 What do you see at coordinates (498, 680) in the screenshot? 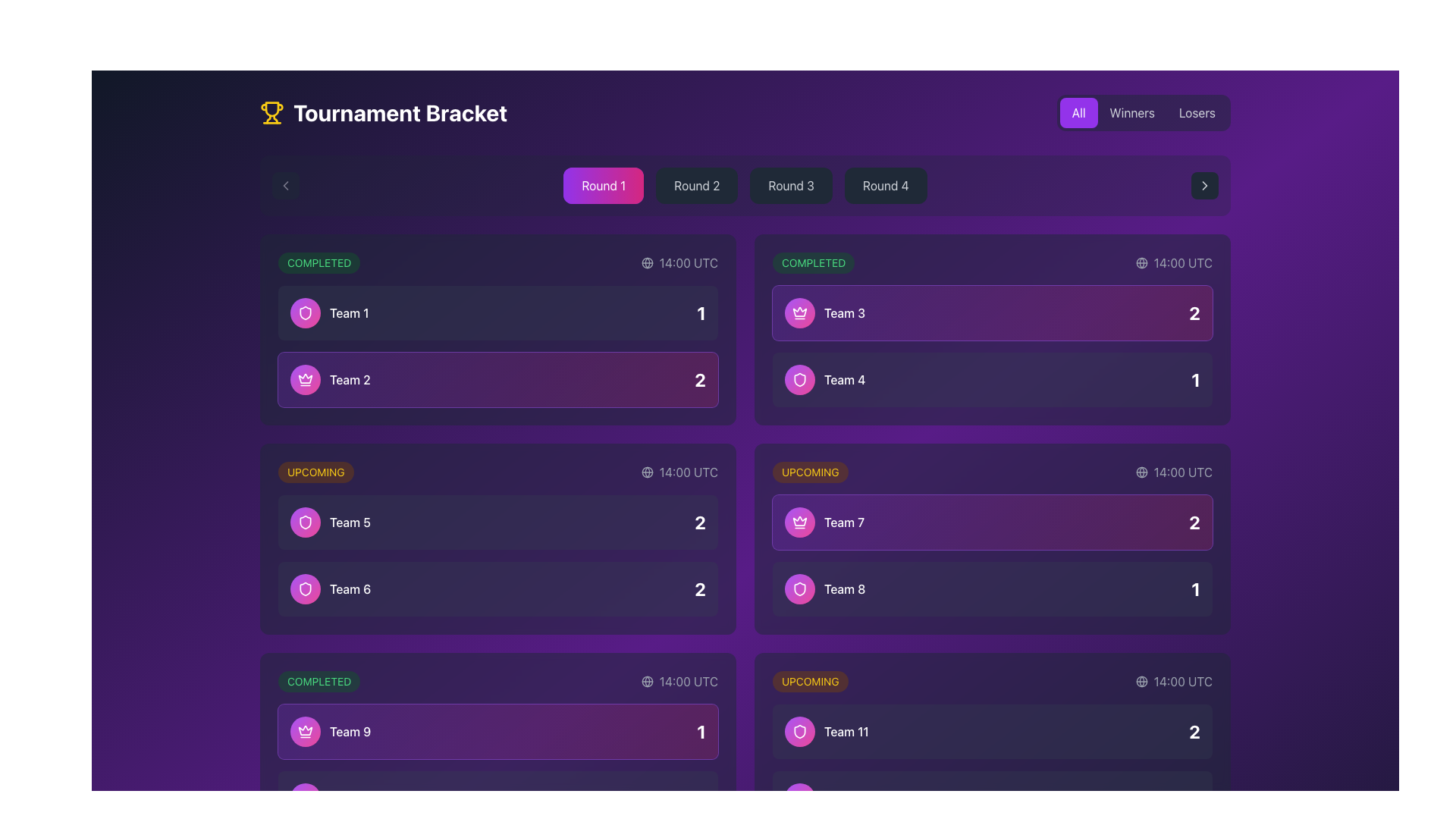
I see `the green badge labeled 'COMPLETED'` at bounding box center [498, 680].